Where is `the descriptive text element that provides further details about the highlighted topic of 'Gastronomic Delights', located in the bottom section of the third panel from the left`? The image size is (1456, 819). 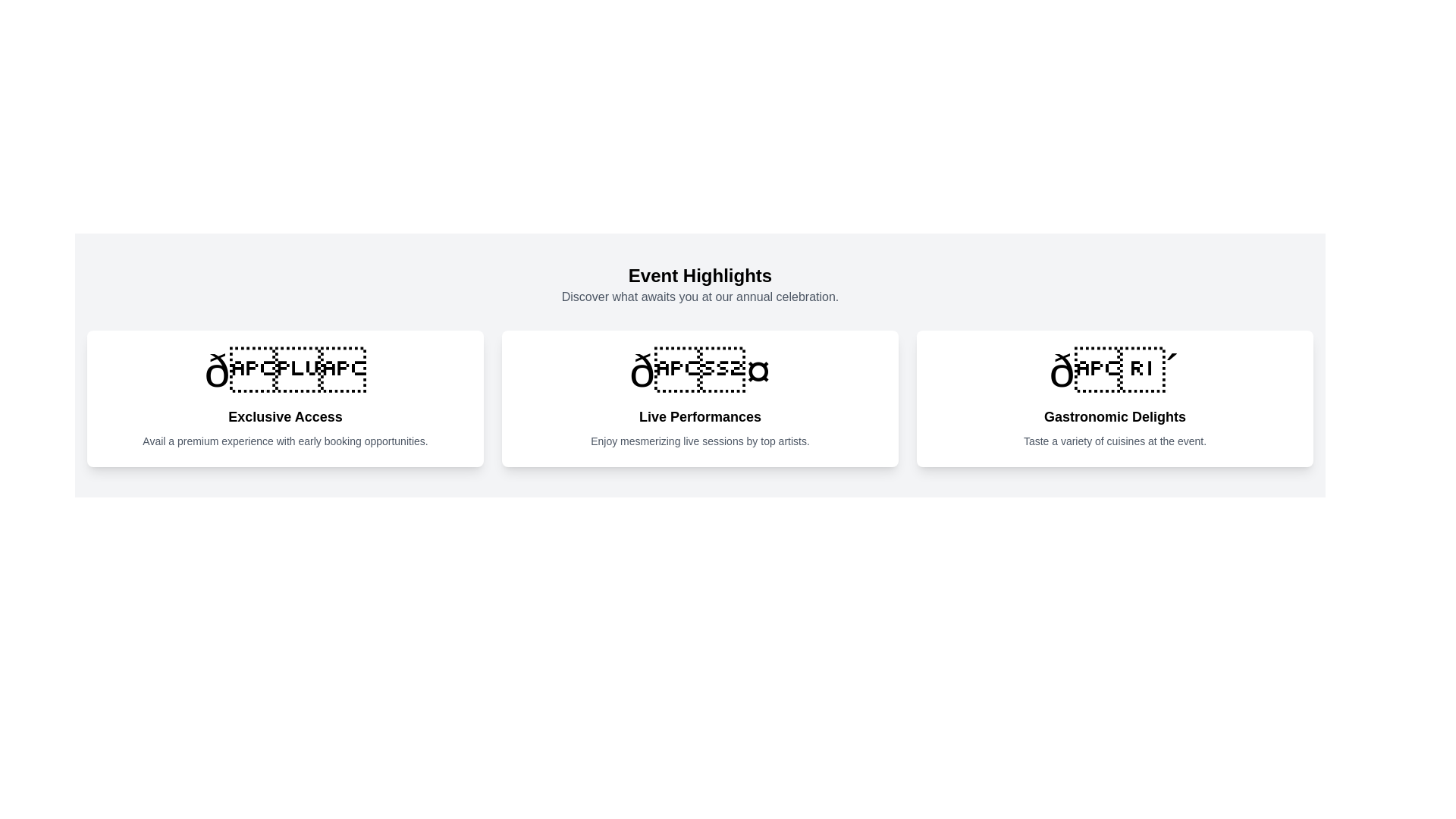
the descriptive text element that provides further details about the highlighted topic of 'Gastronomic Delights', located in the bottom section of the third panel from the left is located at coordinates (1115, 441).